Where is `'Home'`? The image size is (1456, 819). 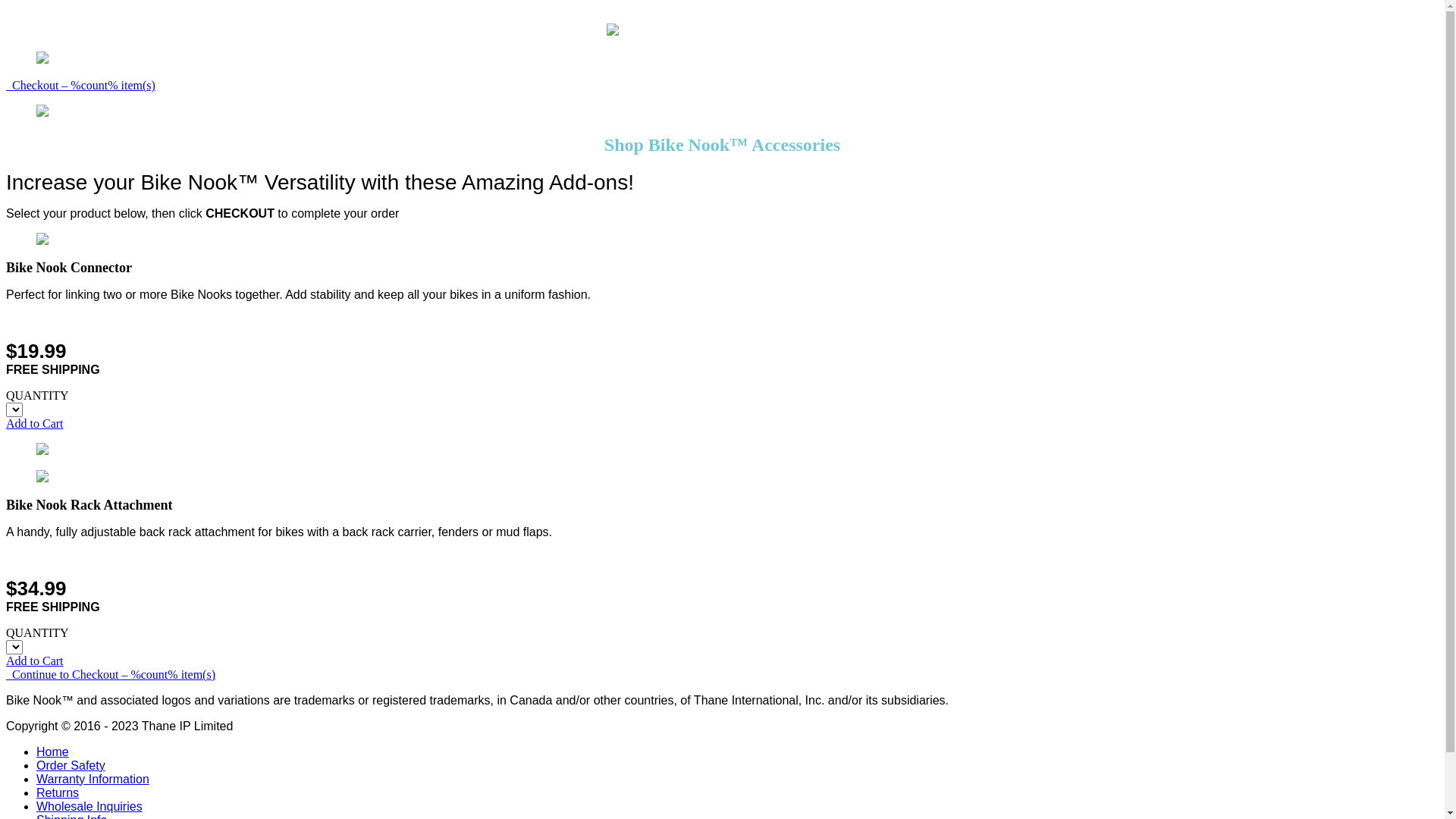 'Home' is located at coordinates (52, 752).